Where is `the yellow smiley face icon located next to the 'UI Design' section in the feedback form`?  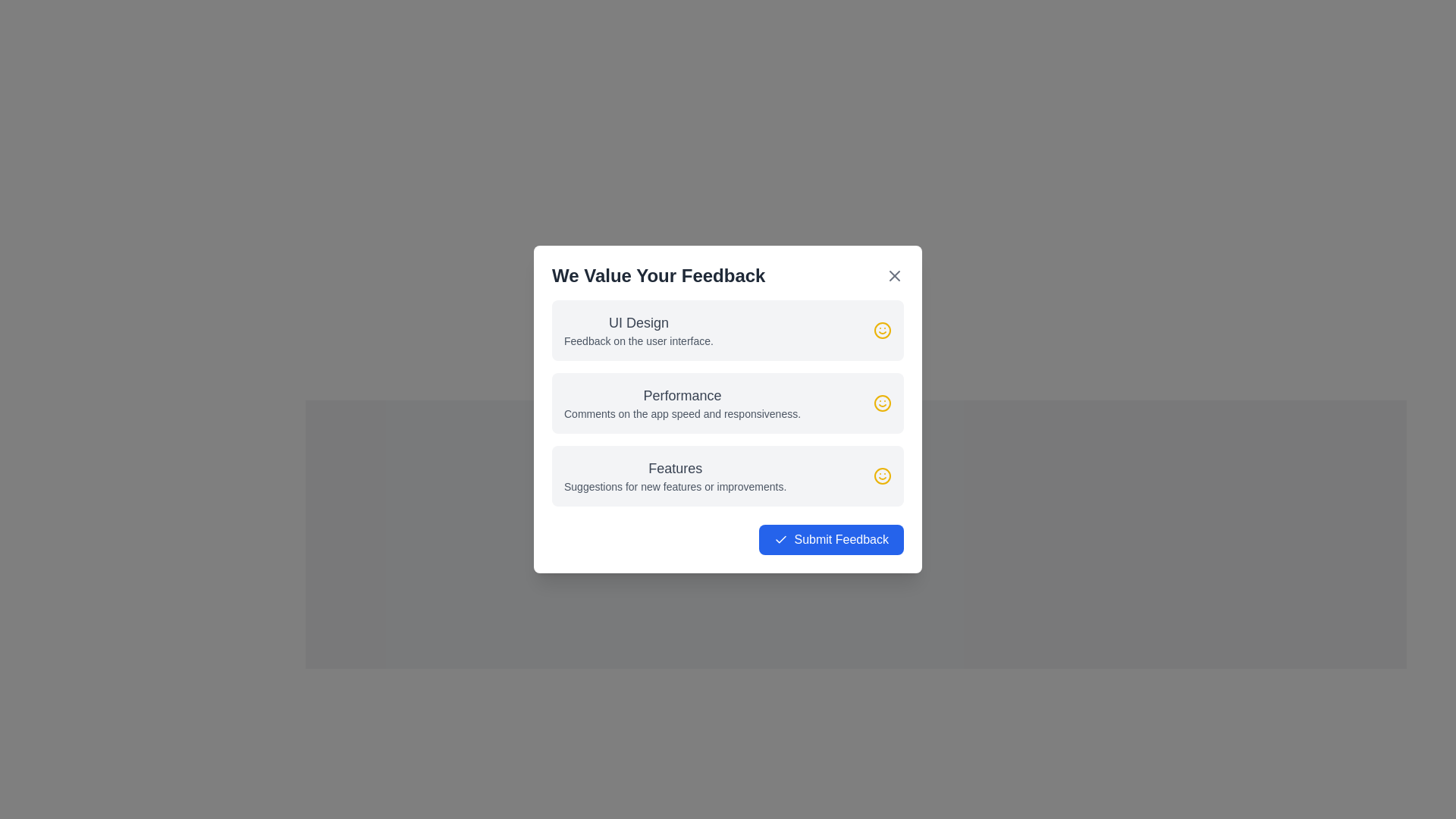
the yellow smiley face icon located next to the 'UI Design' section in the feedback form is located at coordinates (882, 329).